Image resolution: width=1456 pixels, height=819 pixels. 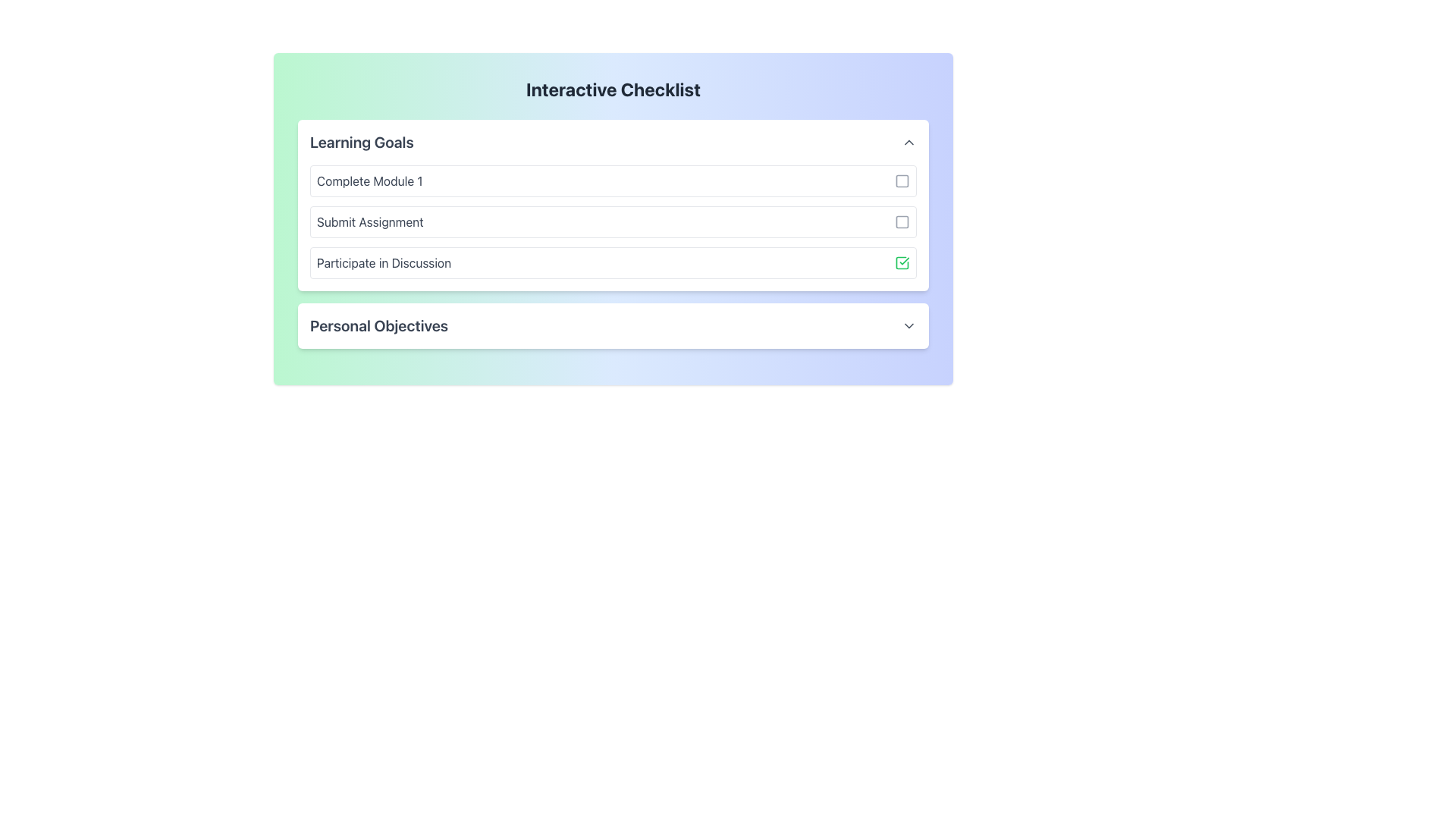 I want to click on the checkbox located at the far-right of the 'Complete Module 1' row in the 'Learning Goals' section, so click(x=902, y=180).